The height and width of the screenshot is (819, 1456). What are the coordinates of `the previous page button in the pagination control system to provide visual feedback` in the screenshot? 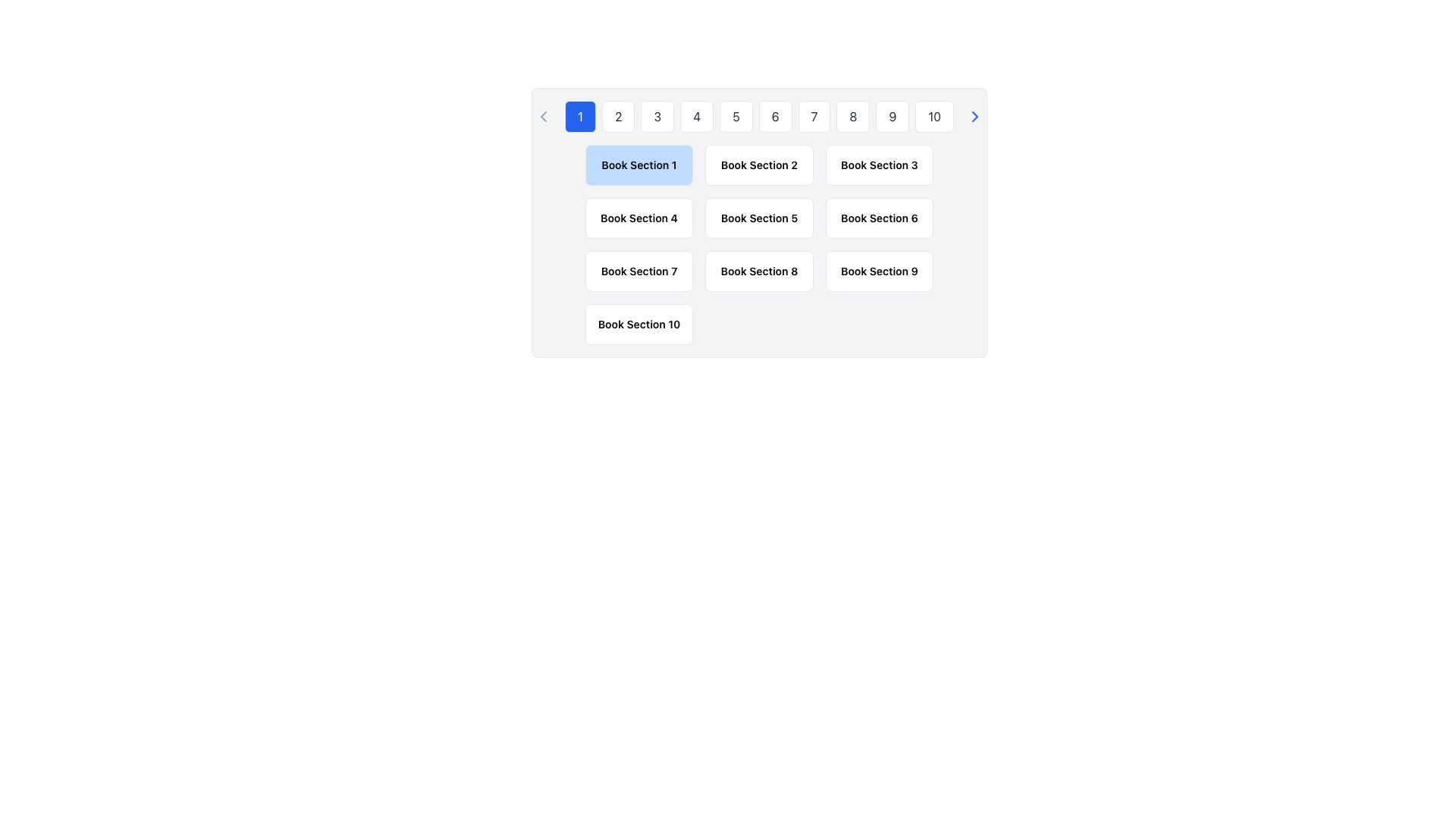 It's located at (543, 116).